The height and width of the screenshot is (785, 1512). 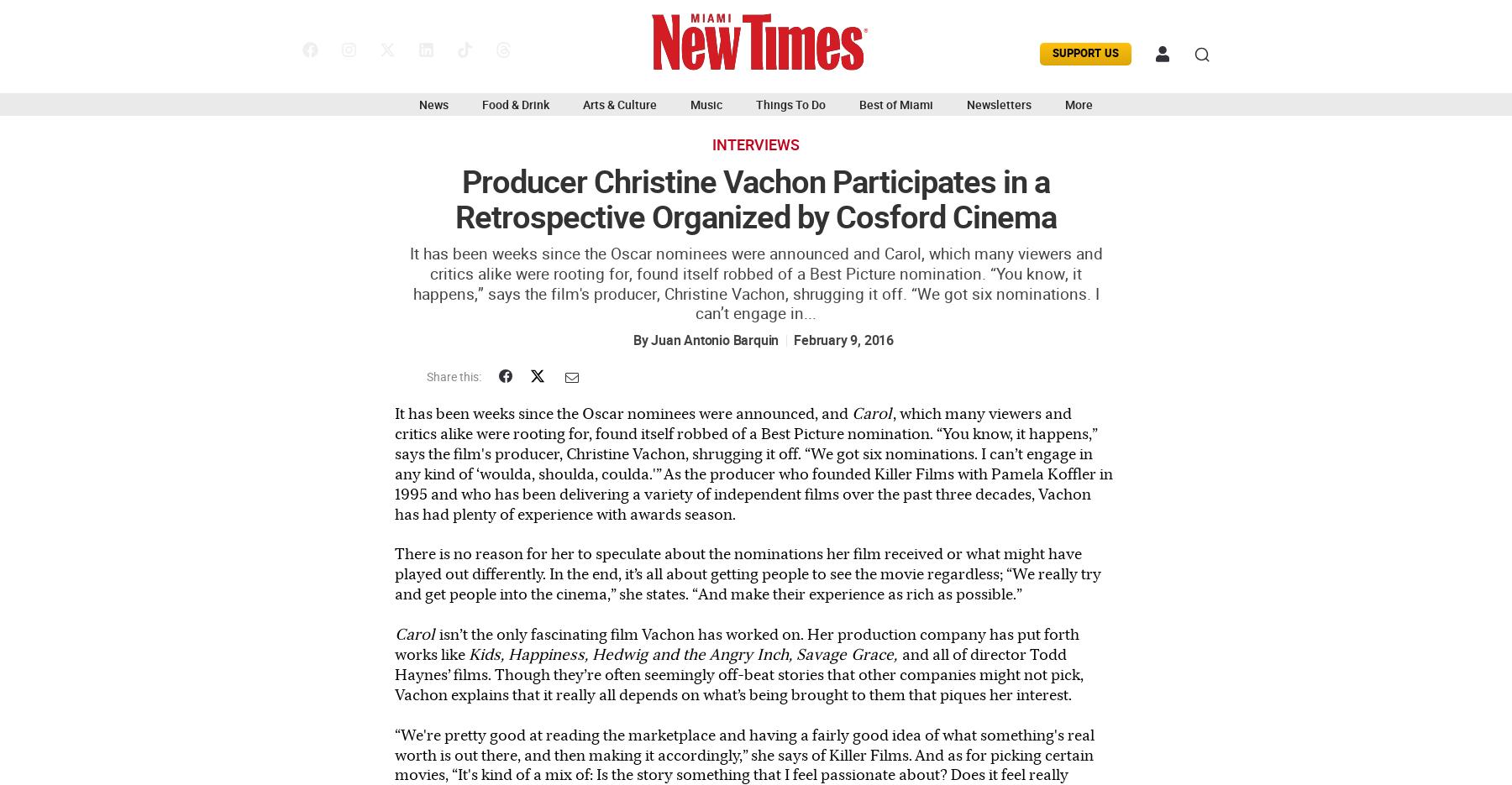 What do you see at coordinates (737, 642) in the screenshot?
I see `'isn’t the only fascinating film Vachon has worked on. Her production company has put forth works like'` at bounding box center [737, 642].